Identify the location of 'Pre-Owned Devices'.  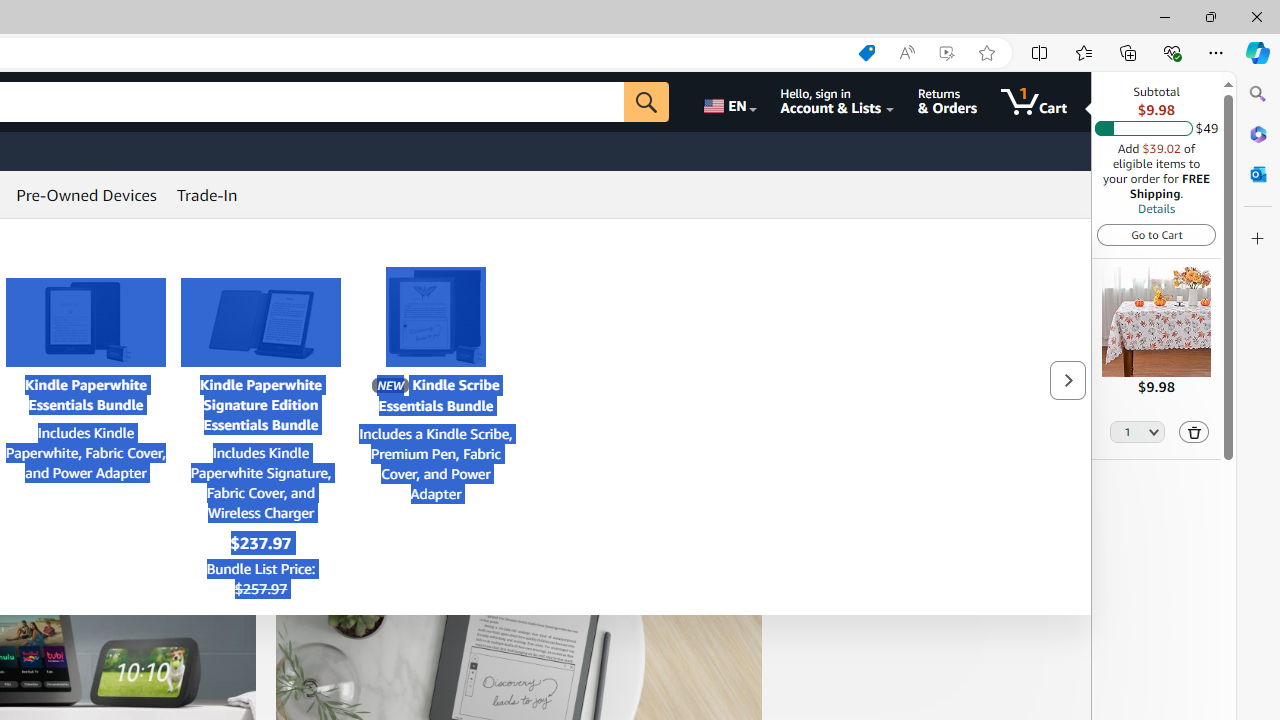
(85, 195).